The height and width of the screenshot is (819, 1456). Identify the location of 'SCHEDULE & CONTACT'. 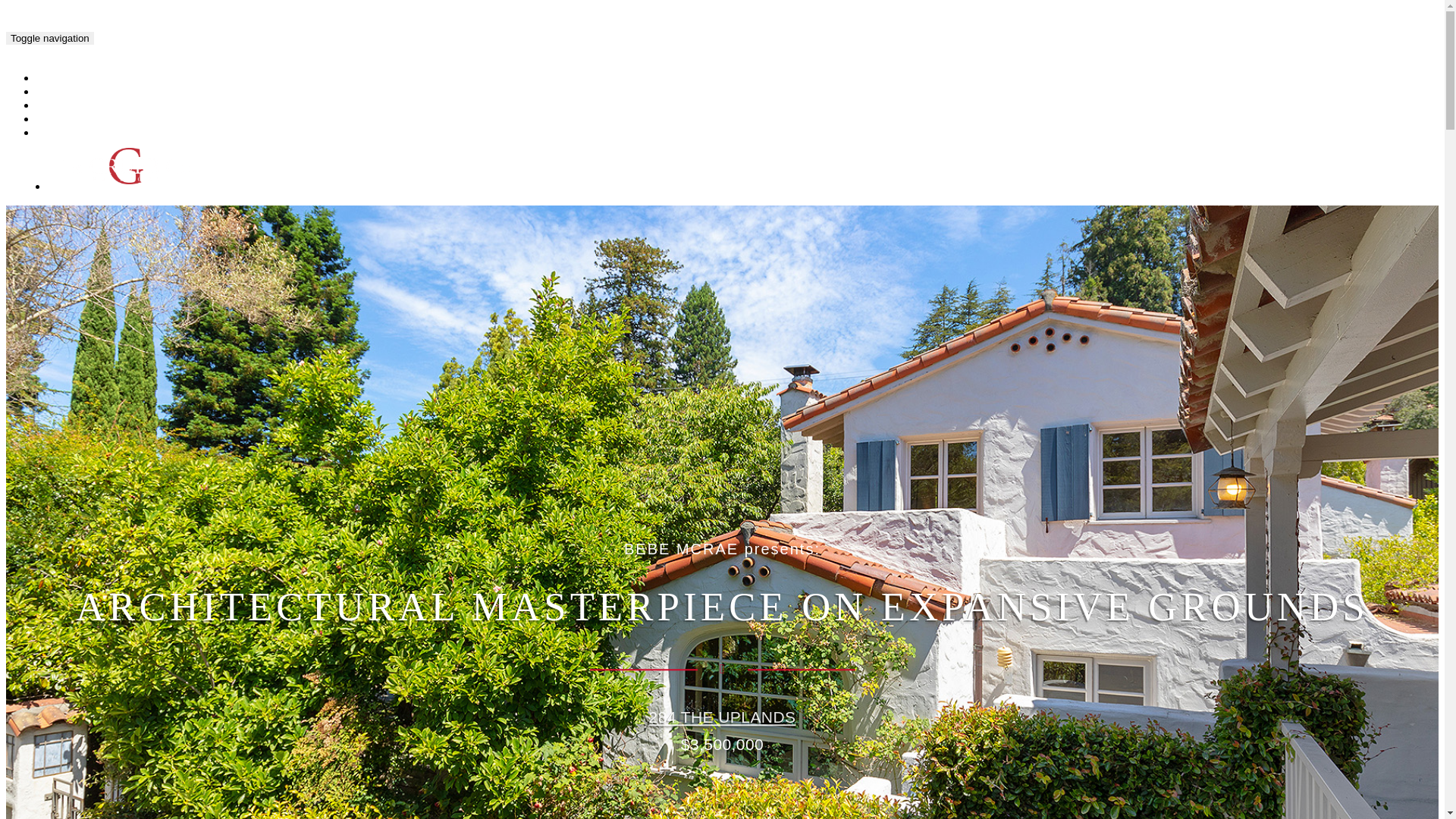
(105, 133).